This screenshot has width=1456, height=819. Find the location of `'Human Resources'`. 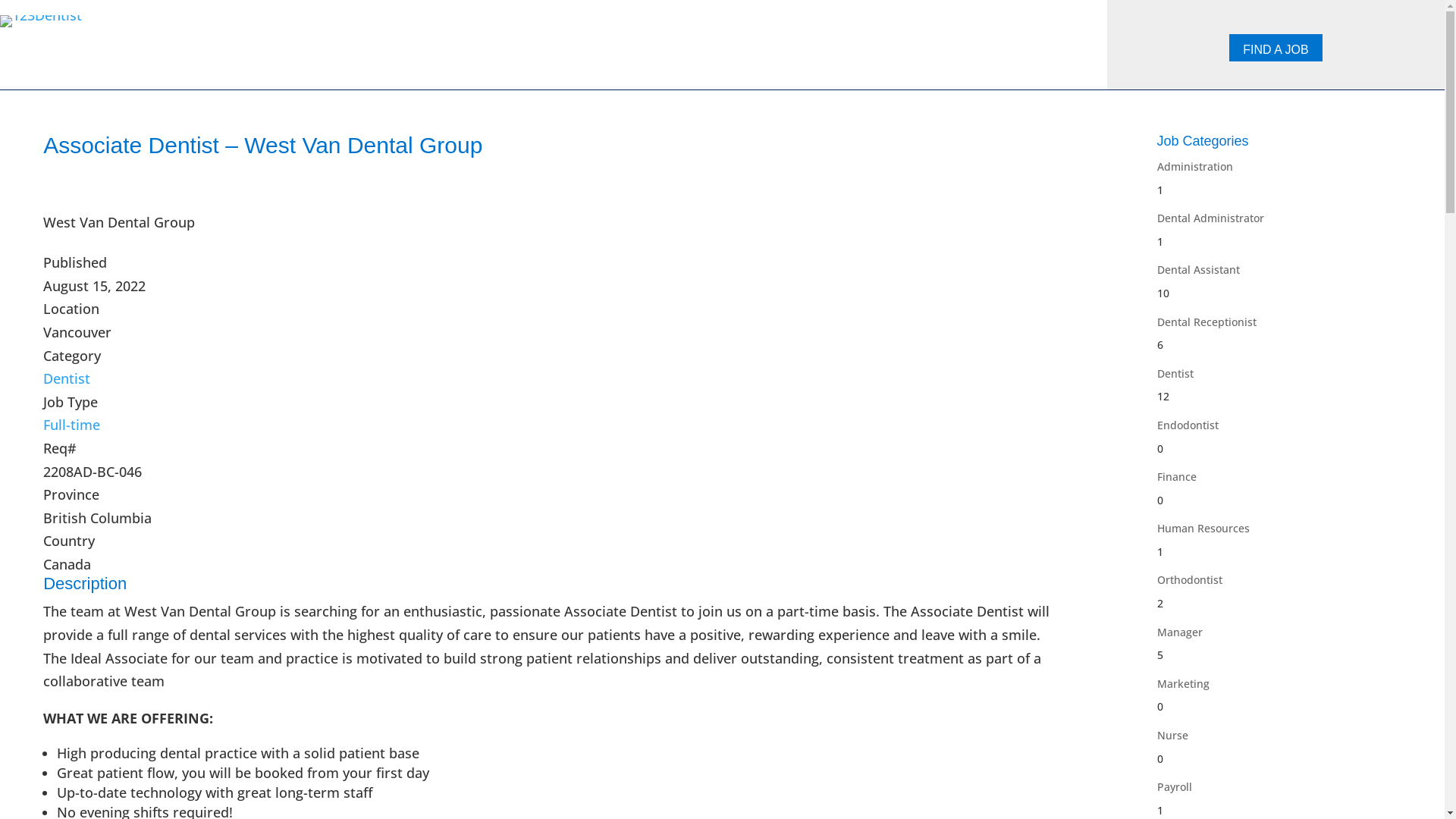

'Human Resources' is located at coordinates (1203, 527).